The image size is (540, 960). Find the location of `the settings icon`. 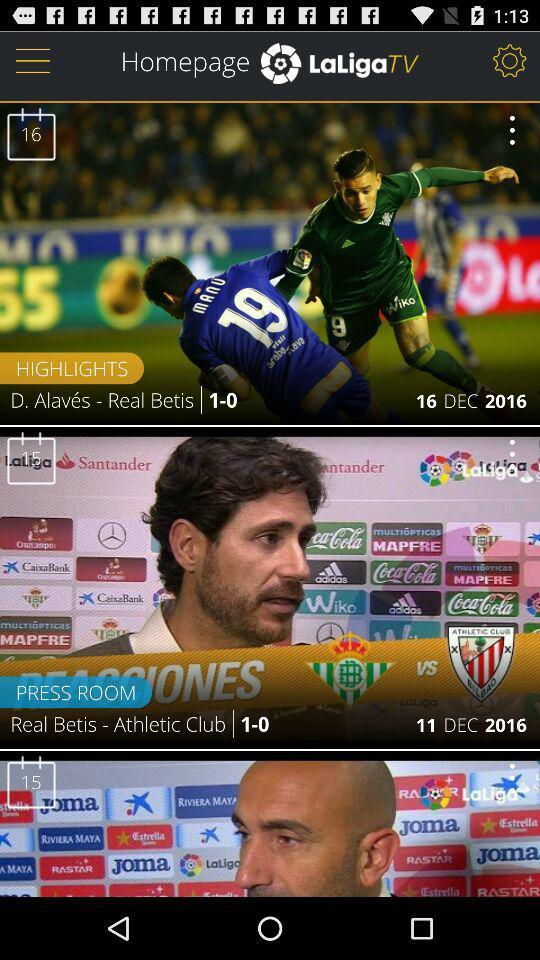

the settings icon is located at coordinates (509, 65).